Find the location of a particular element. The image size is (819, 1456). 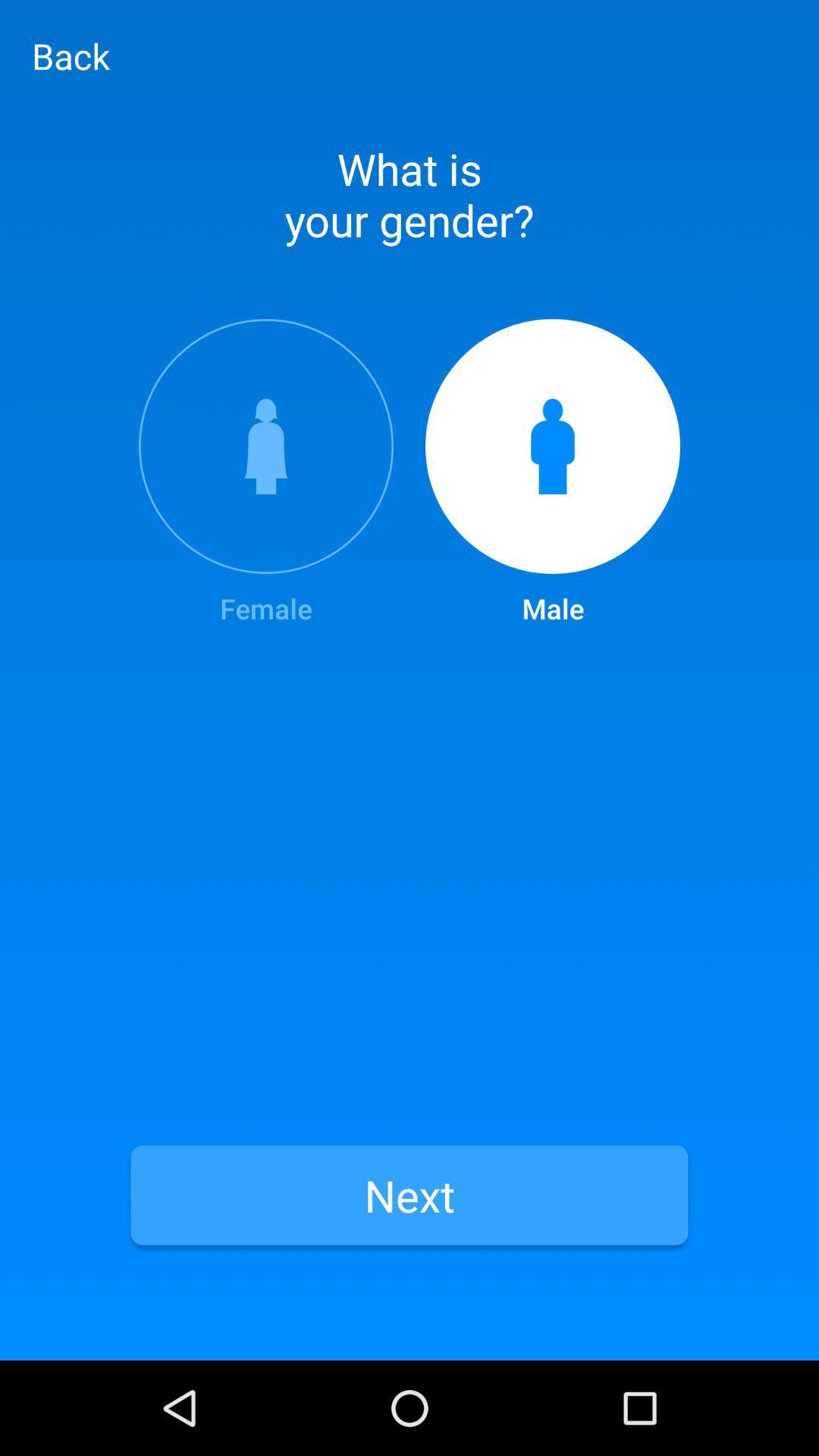

item next to male is located at coordinates (265, 472).